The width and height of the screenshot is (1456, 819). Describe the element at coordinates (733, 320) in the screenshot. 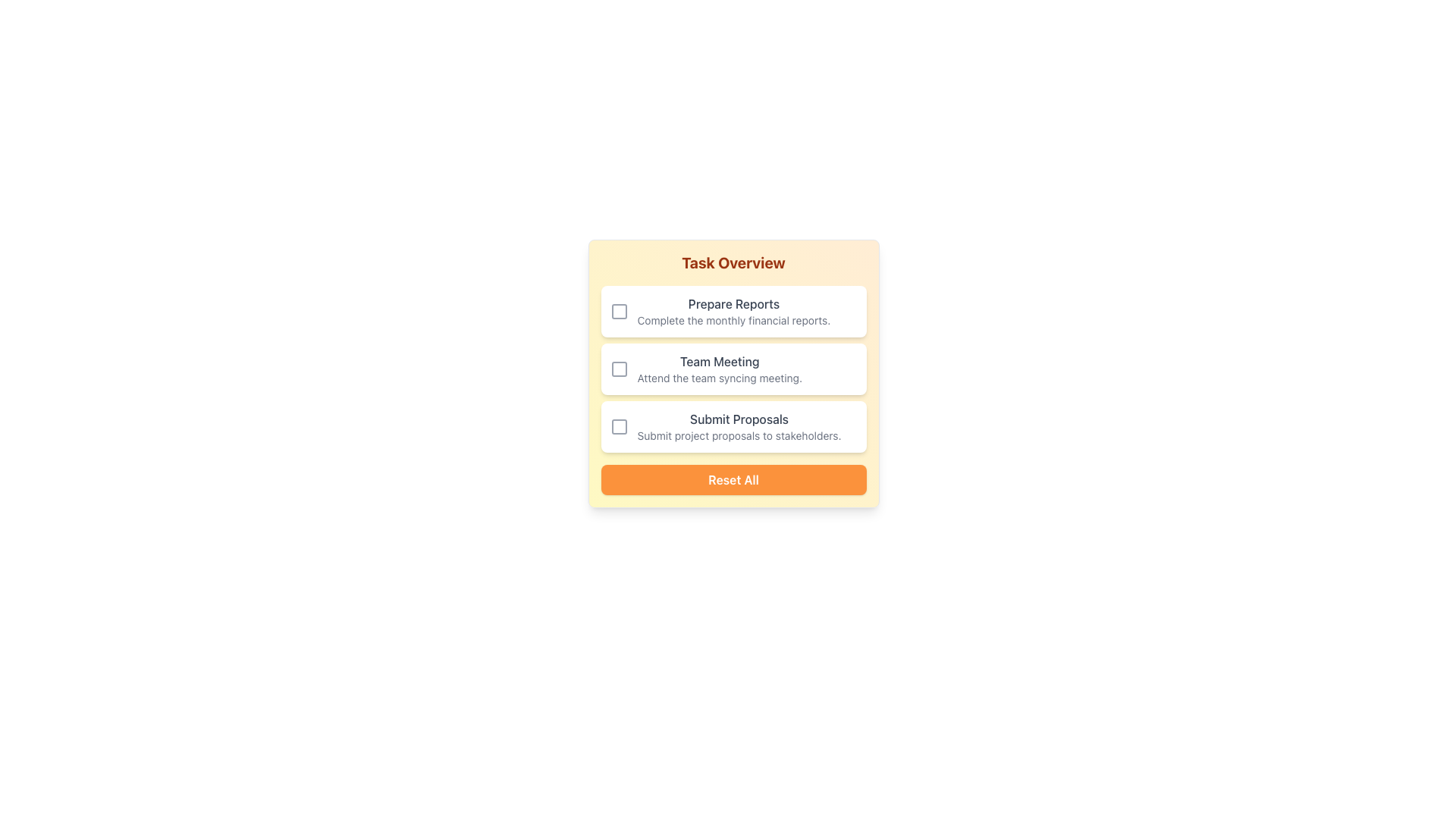

I see `the additional information text related to the task labeled 'Prepare Reports,' which is located directly beneath the heading in the first row of tasks` at that location.